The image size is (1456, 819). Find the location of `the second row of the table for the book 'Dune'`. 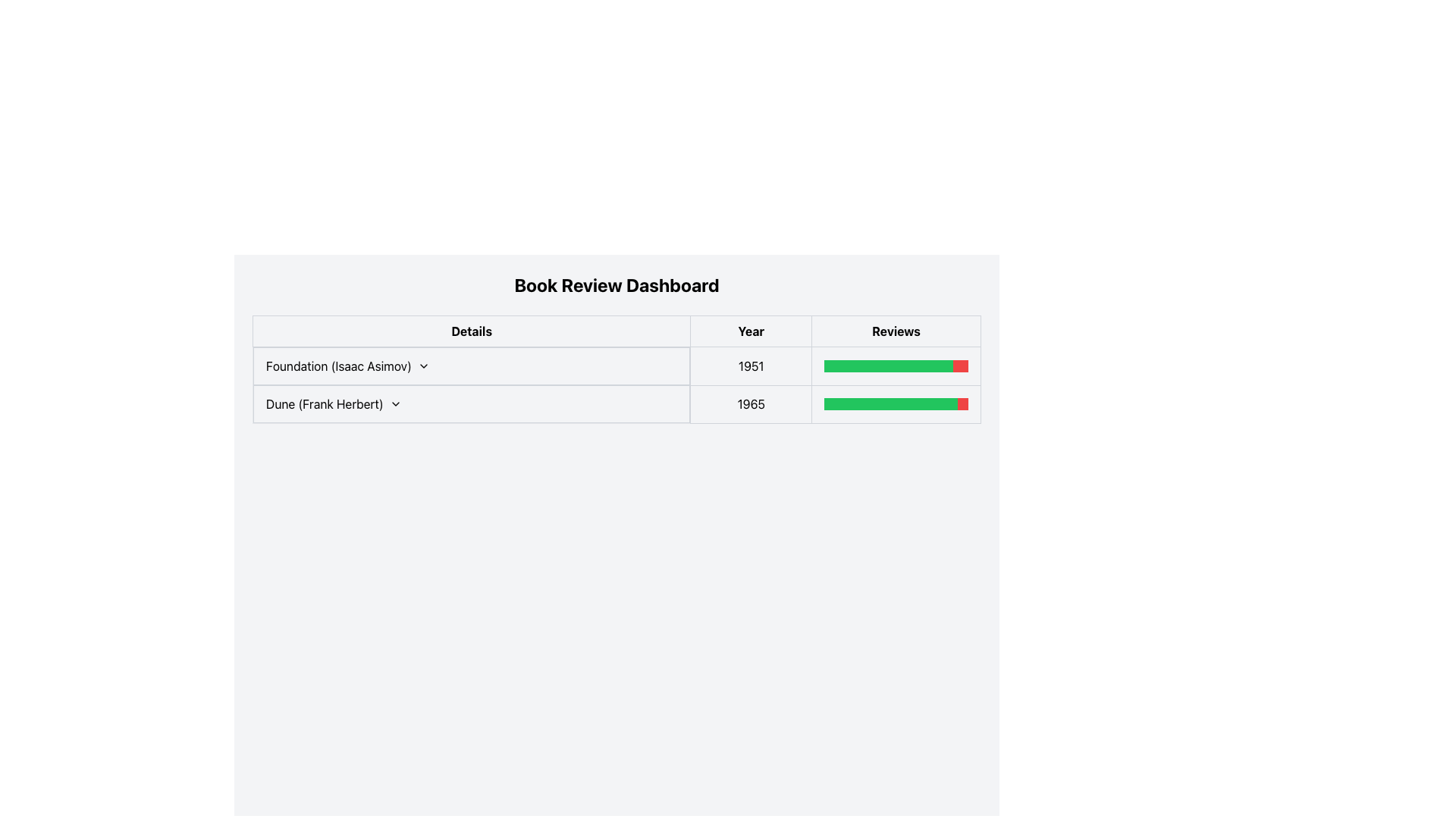

the second row of the table for the book 'Dune' is located at coordinates (617, 403).